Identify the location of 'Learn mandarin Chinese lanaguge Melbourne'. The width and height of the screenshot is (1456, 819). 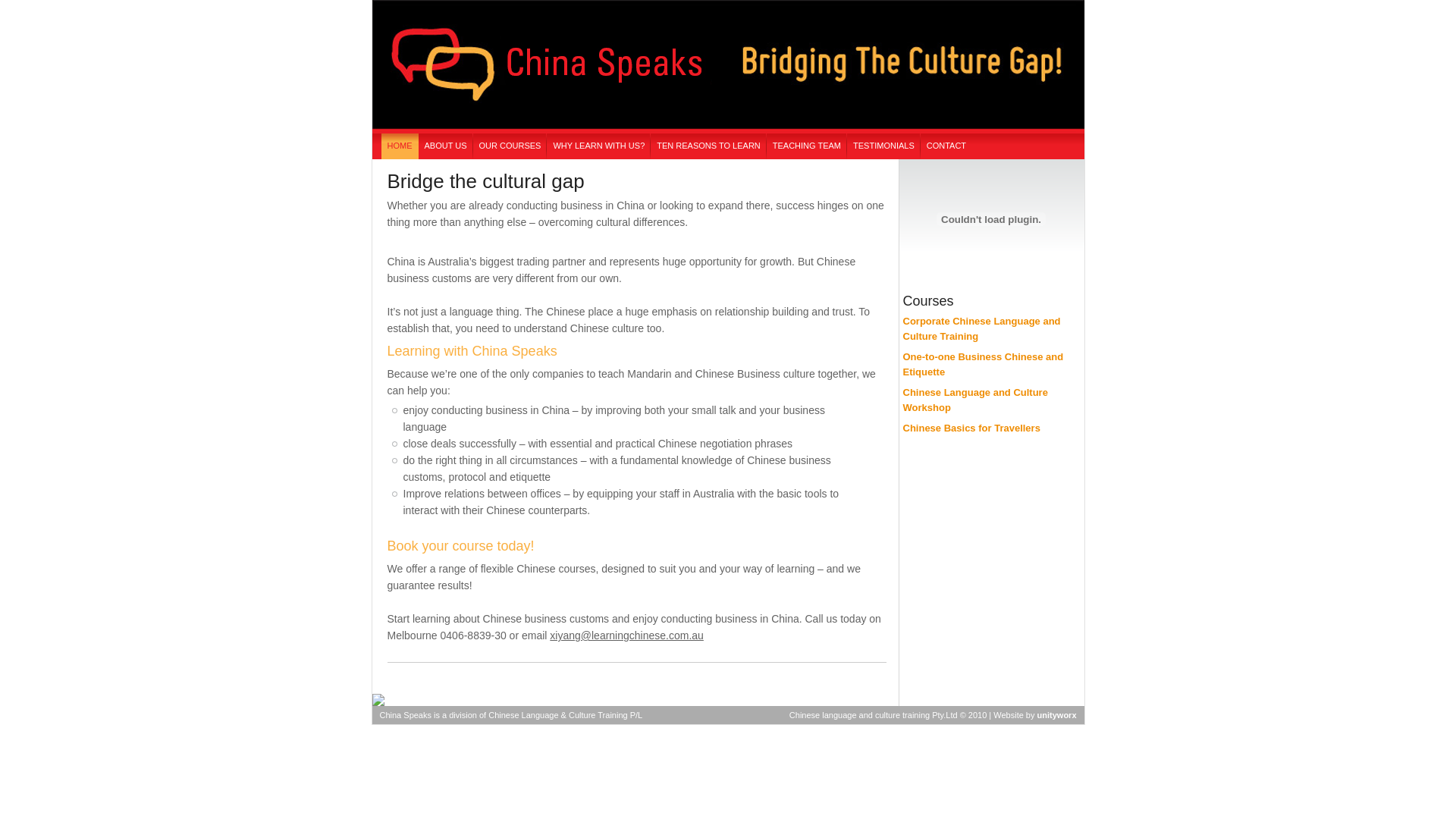
(371, 128).